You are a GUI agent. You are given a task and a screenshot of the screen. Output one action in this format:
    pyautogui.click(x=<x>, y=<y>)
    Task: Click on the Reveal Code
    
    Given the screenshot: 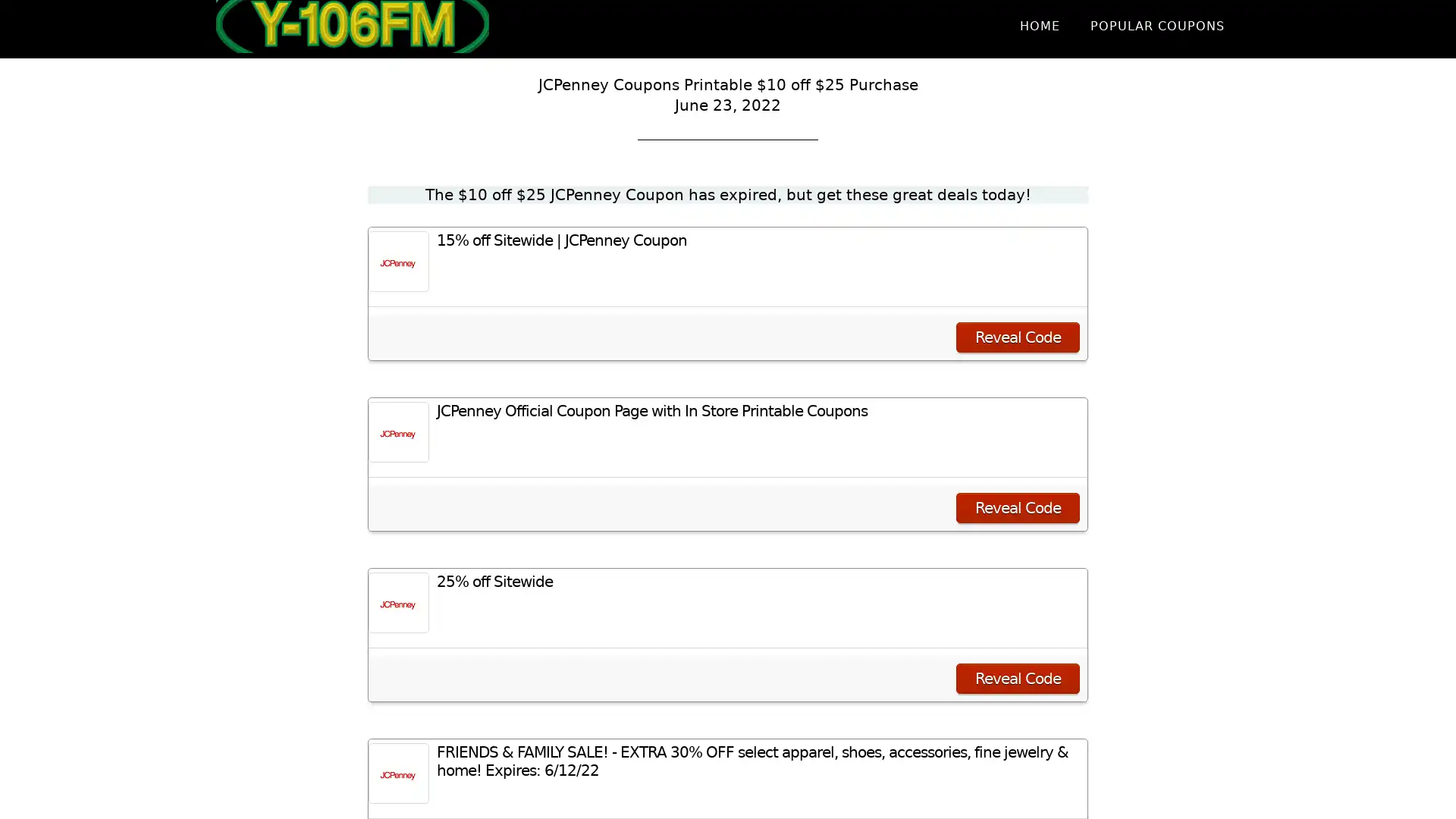 What is the action you would take?
    pyautogui.click(x=1018, y=677)
    